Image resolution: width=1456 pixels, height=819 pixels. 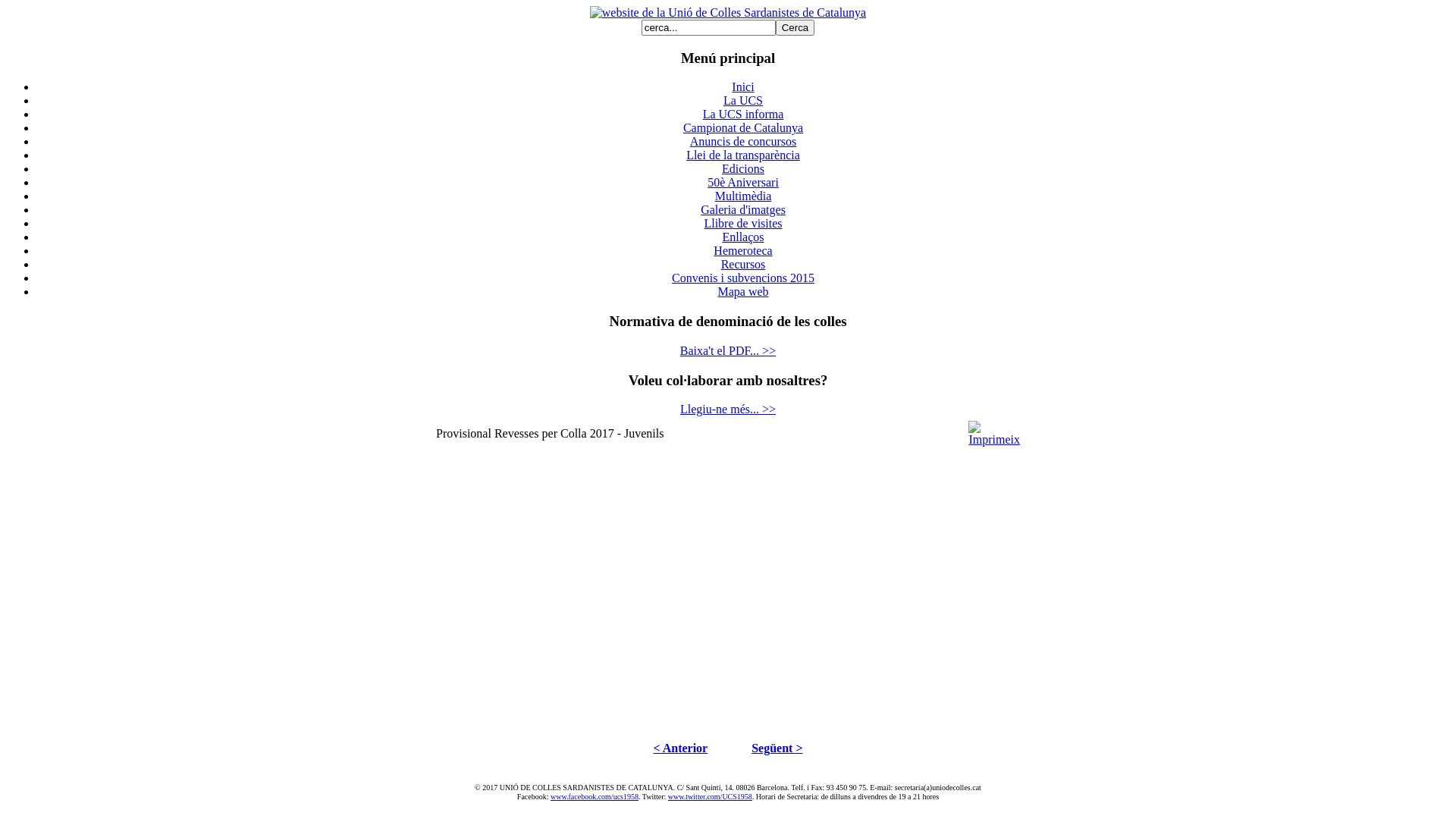 What do you see at coordinates (742, 278) in the screenshot?
I see `'Convenis i subvencions 2015'` at bounding box center [742, 278].